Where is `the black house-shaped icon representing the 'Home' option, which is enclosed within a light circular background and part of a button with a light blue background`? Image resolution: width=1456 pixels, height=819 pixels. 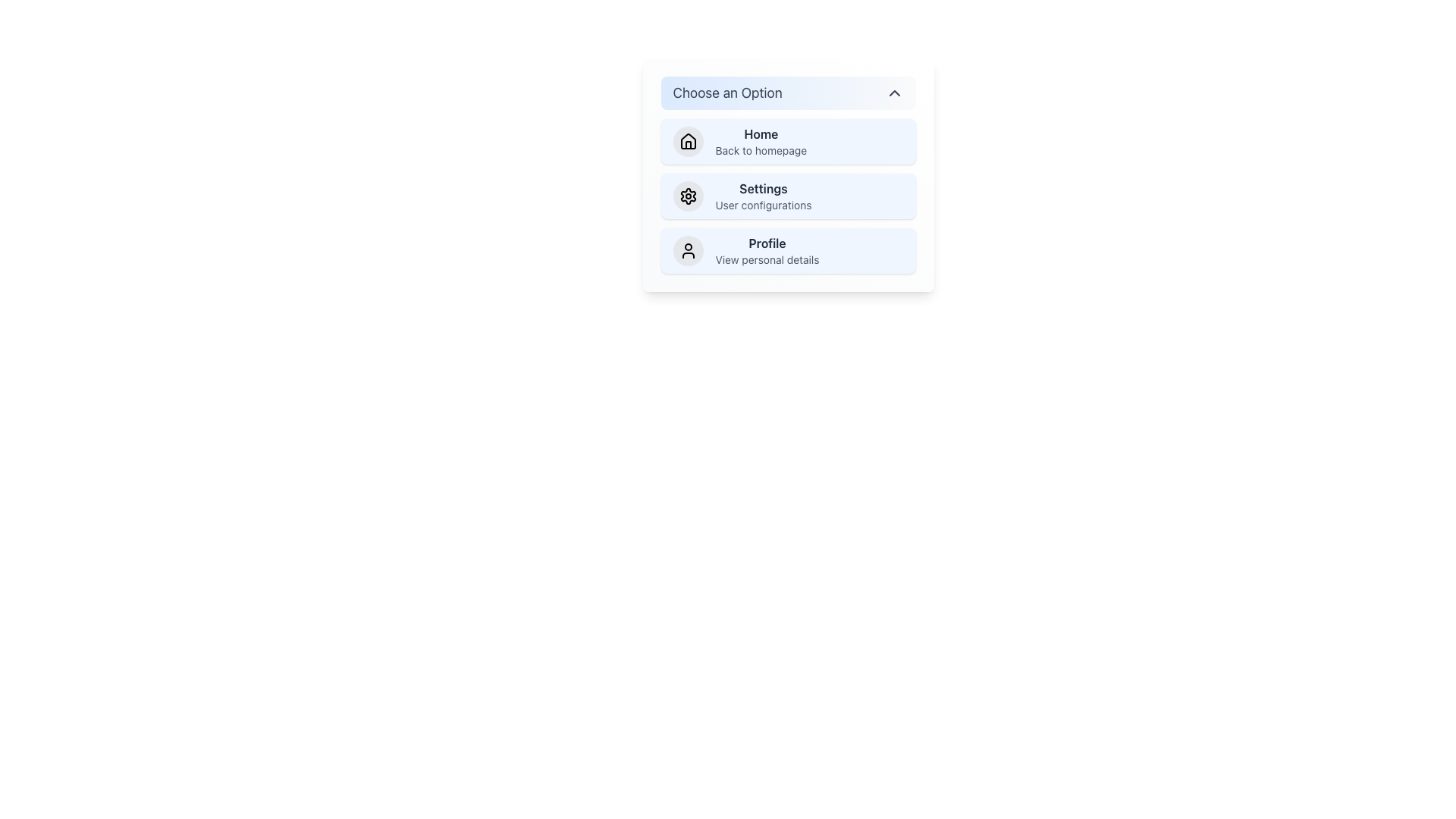
the black house-shaped icon representing the 'Home' option, which is enclosed within a light circular background and part of a button with a light blue background is located at coordinates (687, 141).